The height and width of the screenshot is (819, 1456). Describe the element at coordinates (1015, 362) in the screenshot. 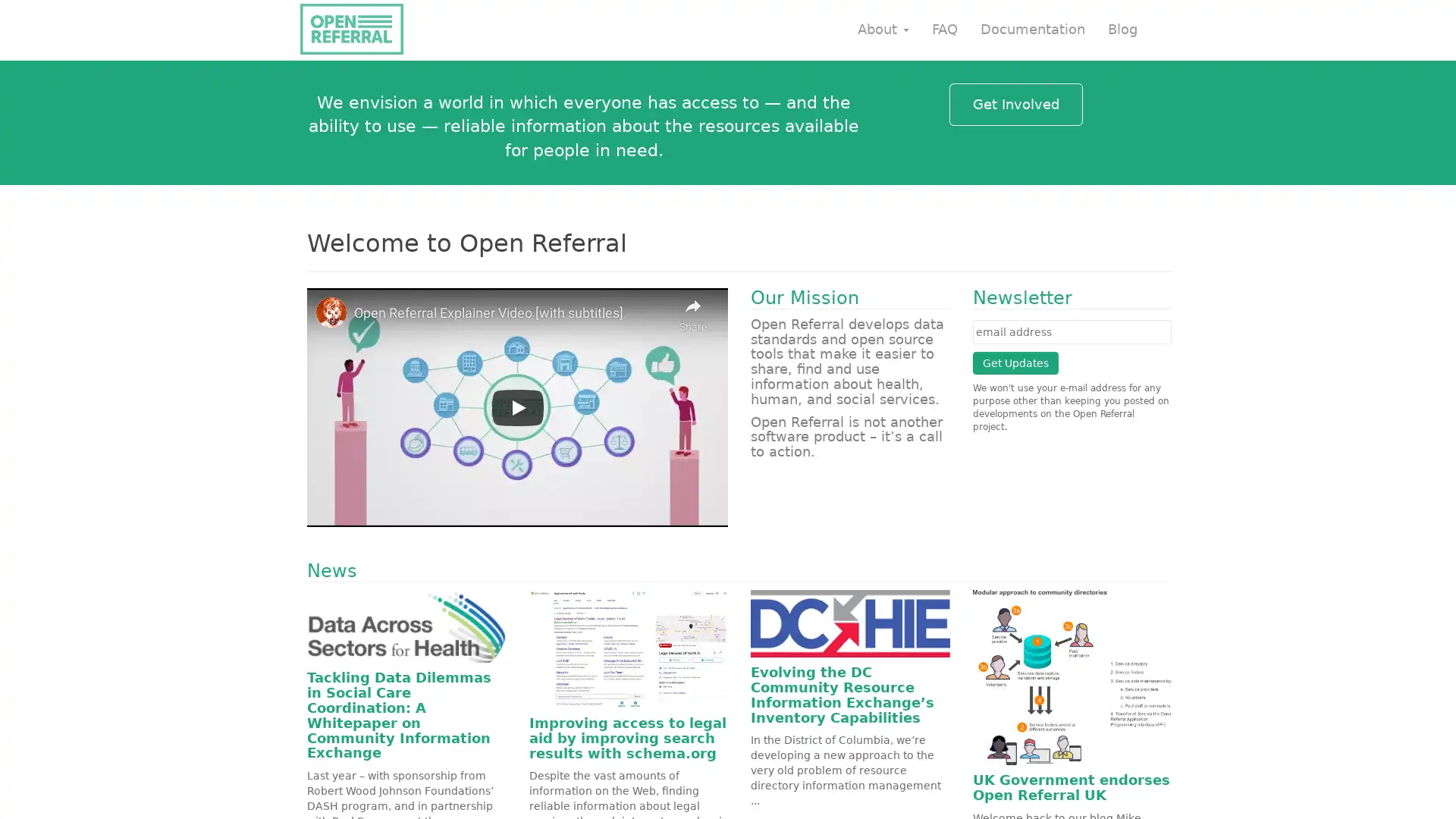

I see `Get Updates` at that location.